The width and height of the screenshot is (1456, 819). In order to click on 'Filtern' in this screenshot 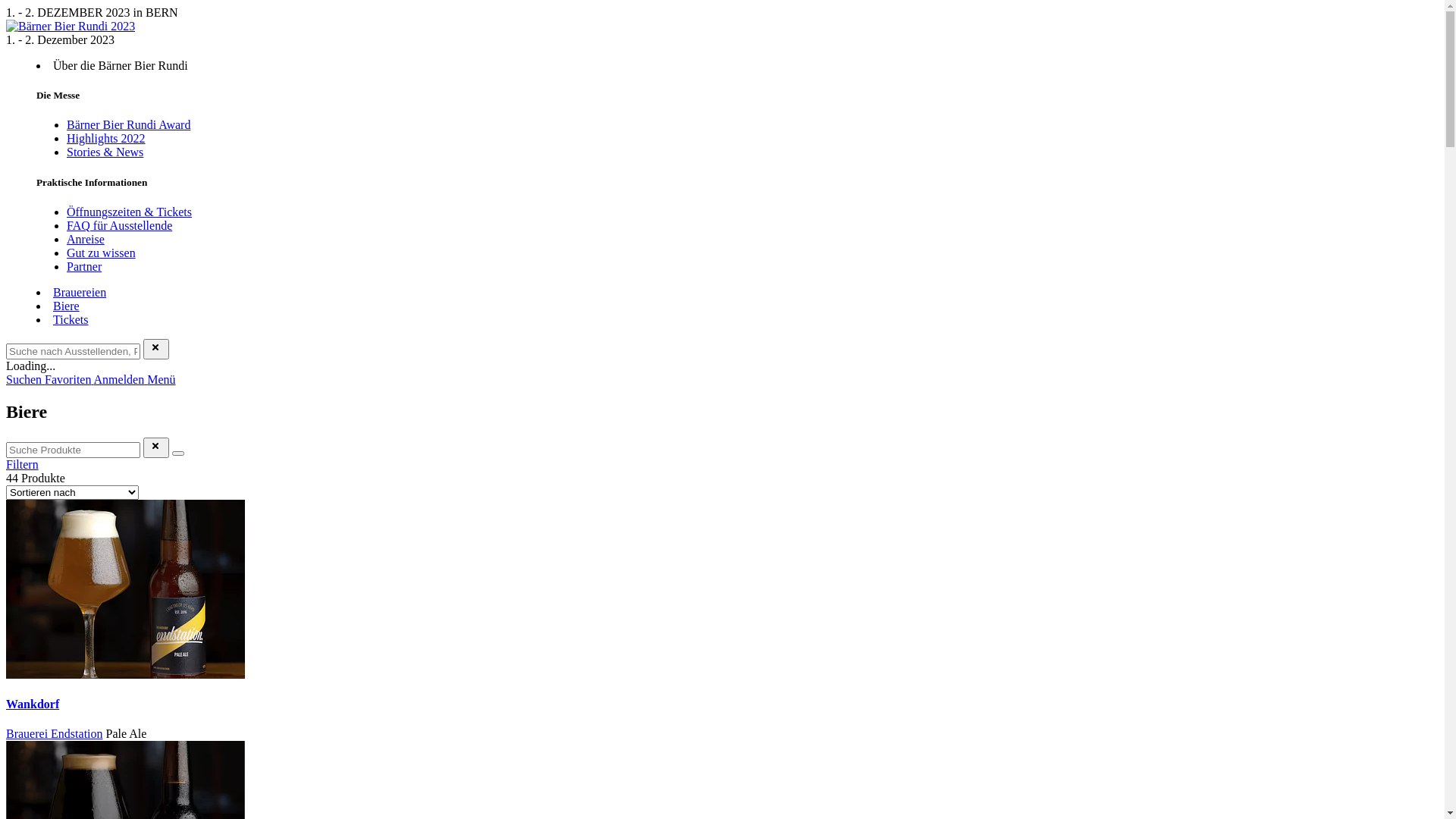, I will do `click(22, 463)`.